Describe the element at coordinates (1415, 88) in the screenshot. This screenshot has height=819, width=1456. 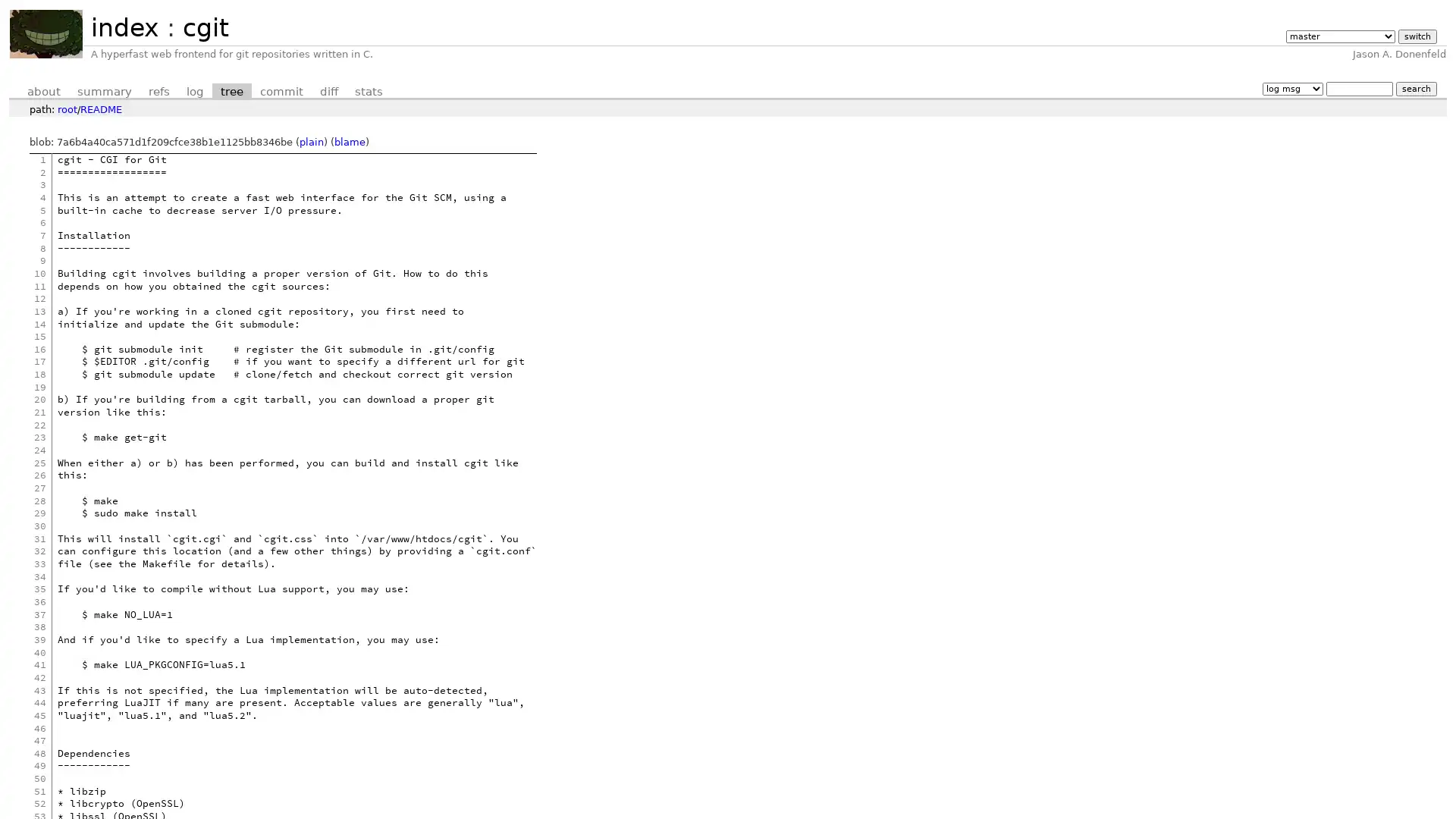
I see `search` at that location.